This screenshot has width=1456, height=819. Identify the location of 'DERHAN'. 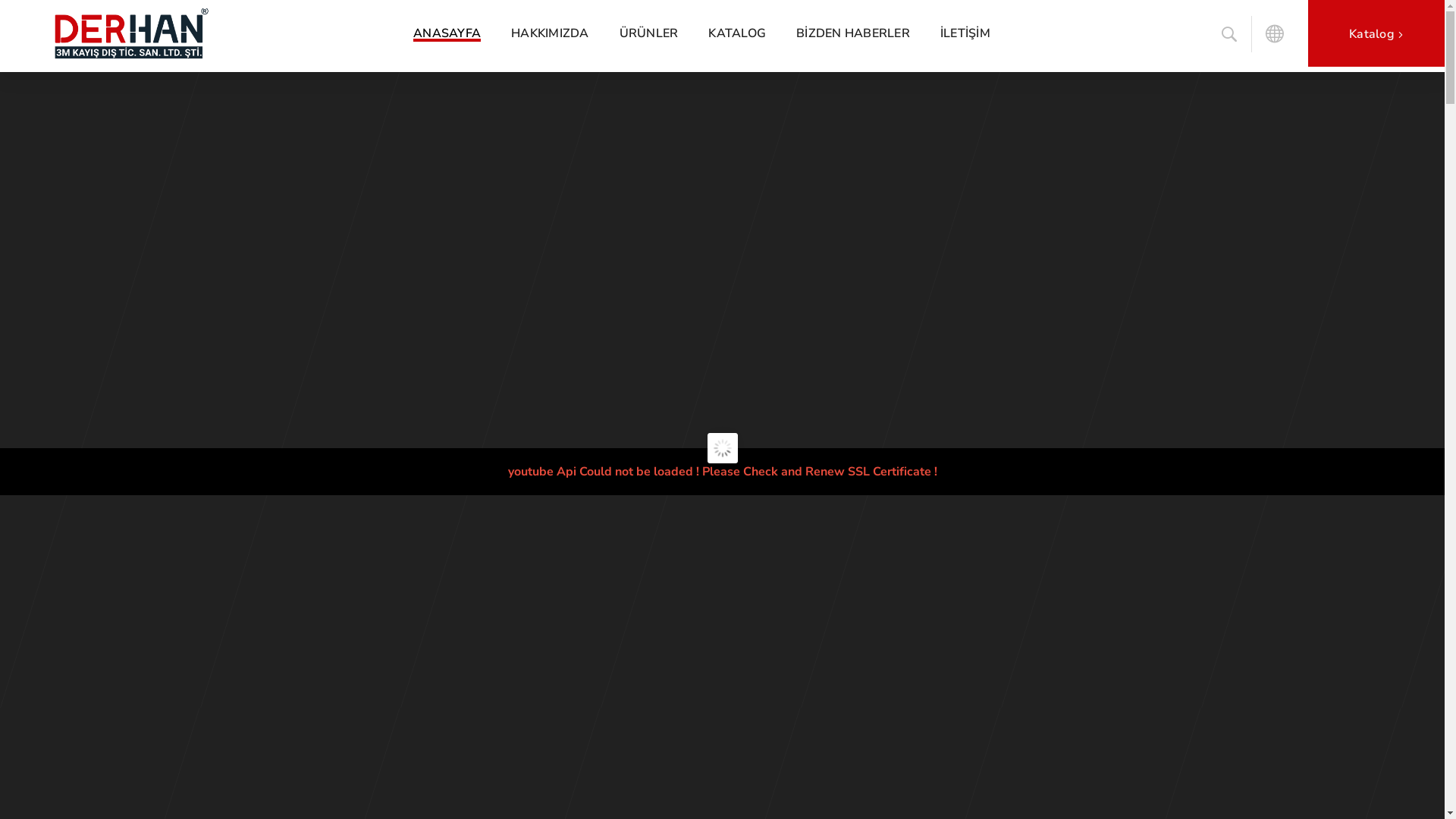
(198, 33).